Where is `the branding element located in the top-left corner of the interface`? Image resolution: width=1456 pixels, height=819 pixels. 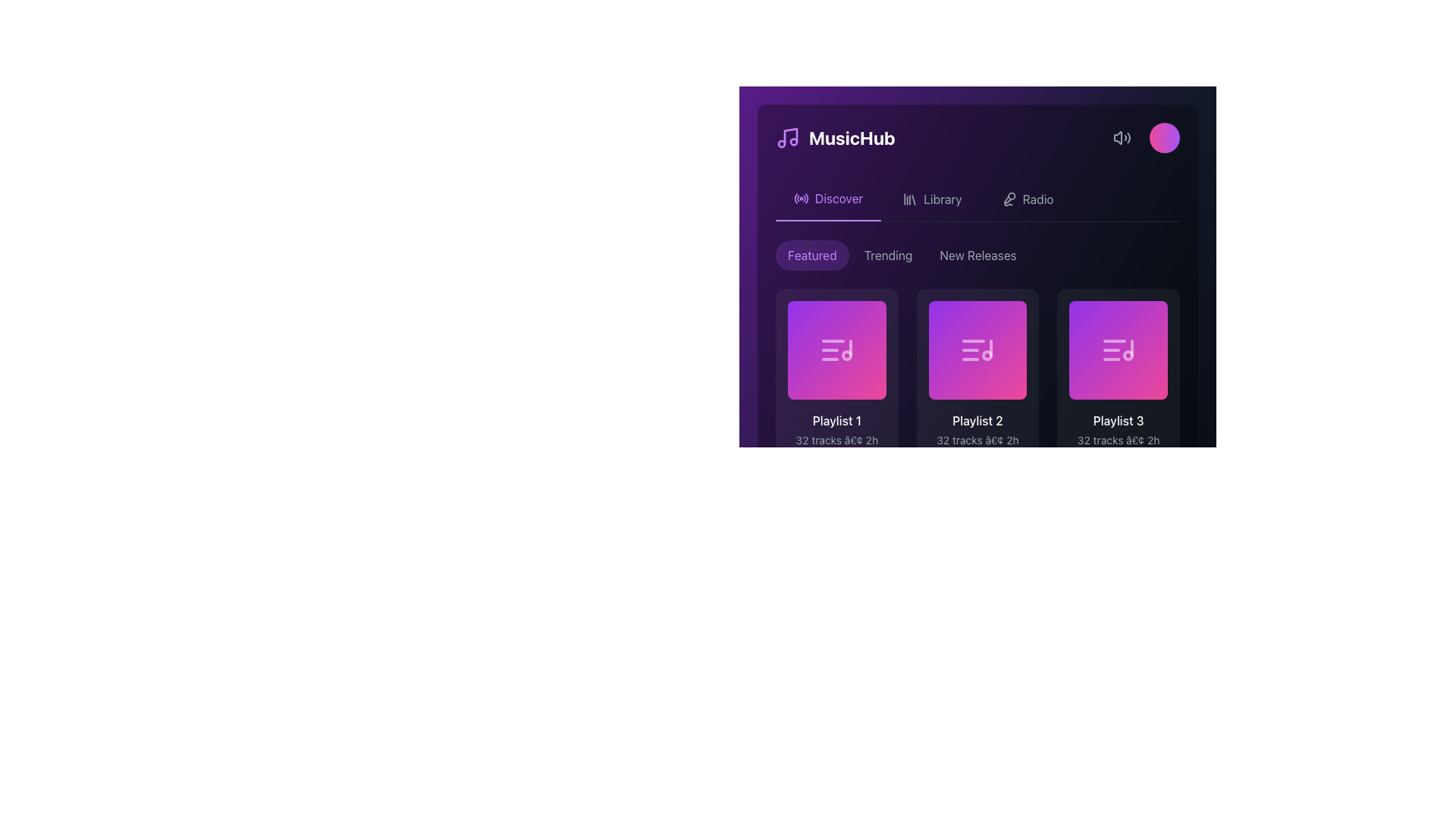
the branding element located in the top-left corner of the interface is located at coordinates (834, 137).